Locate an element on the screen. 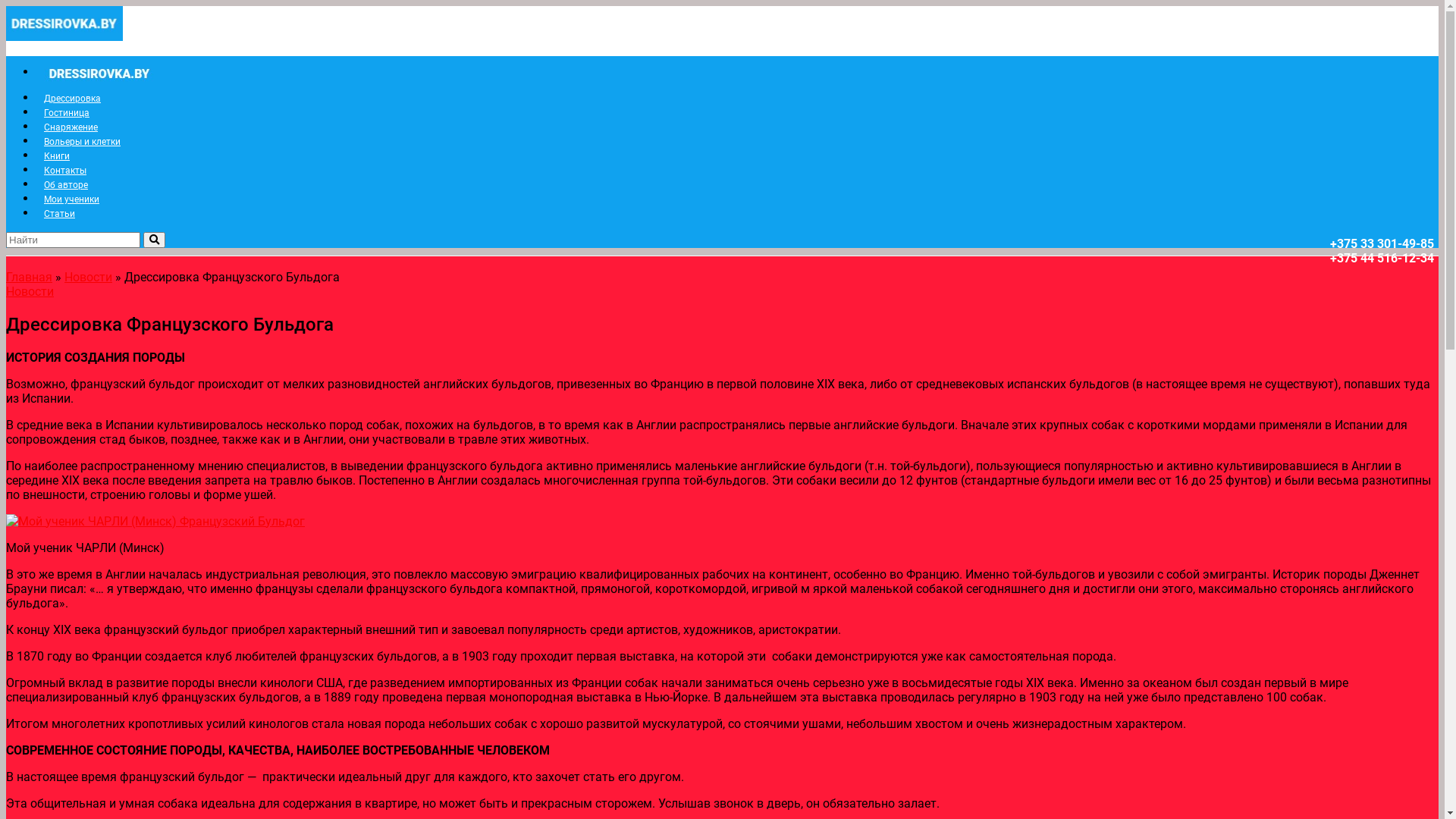 Image resolution: width=1456 pixels, height=819 pixels. '+375 44 516-12-34' is located at coordinates (1382, 257).